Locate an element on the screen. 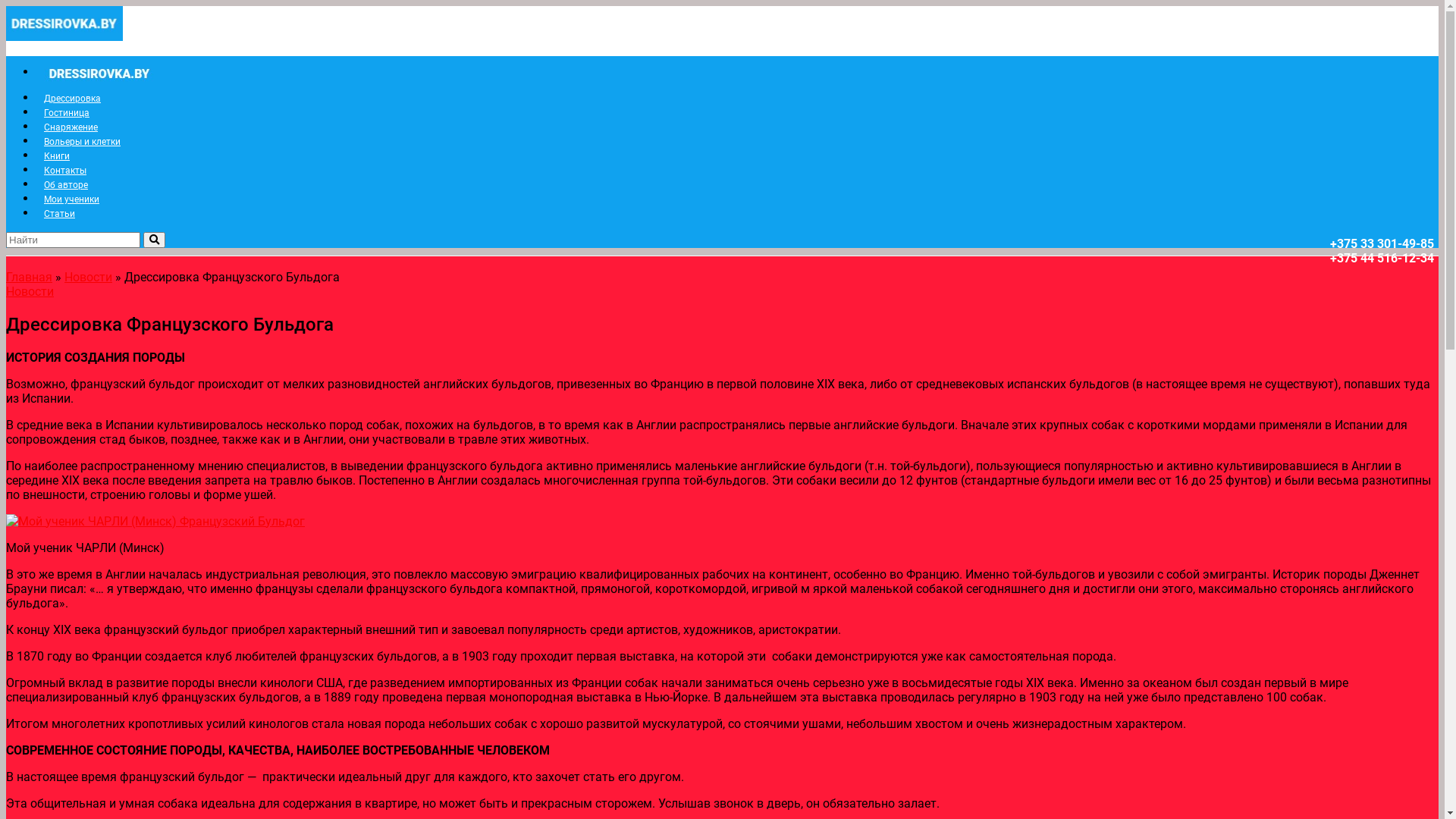 Image resolution: width=1456 pixels, height=819 pixels. '+375 44 516-12-34' is located at coordinates (1382, 257).